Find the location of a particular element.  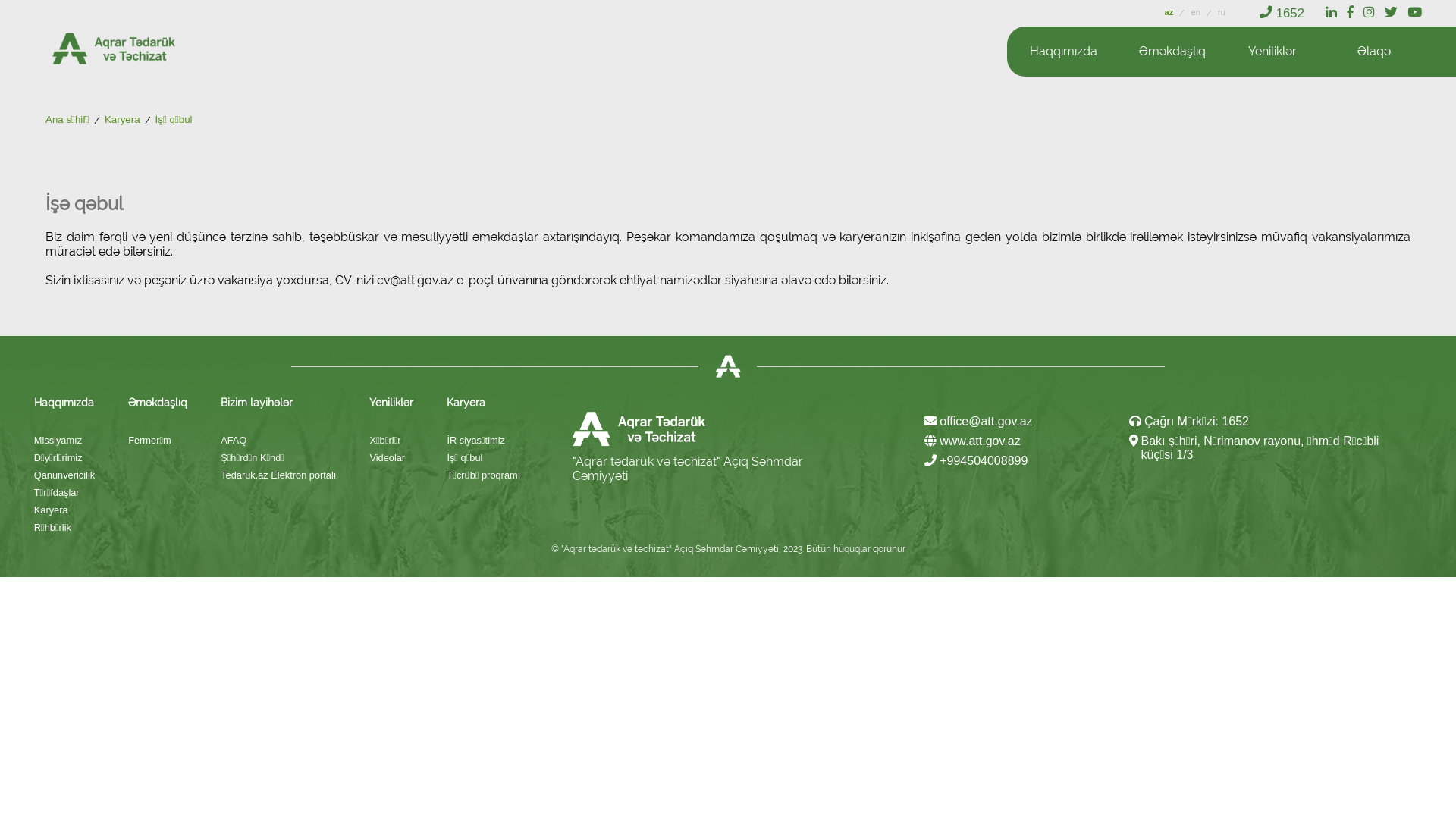

'AFAQ' is located at coordinates (278, 440).